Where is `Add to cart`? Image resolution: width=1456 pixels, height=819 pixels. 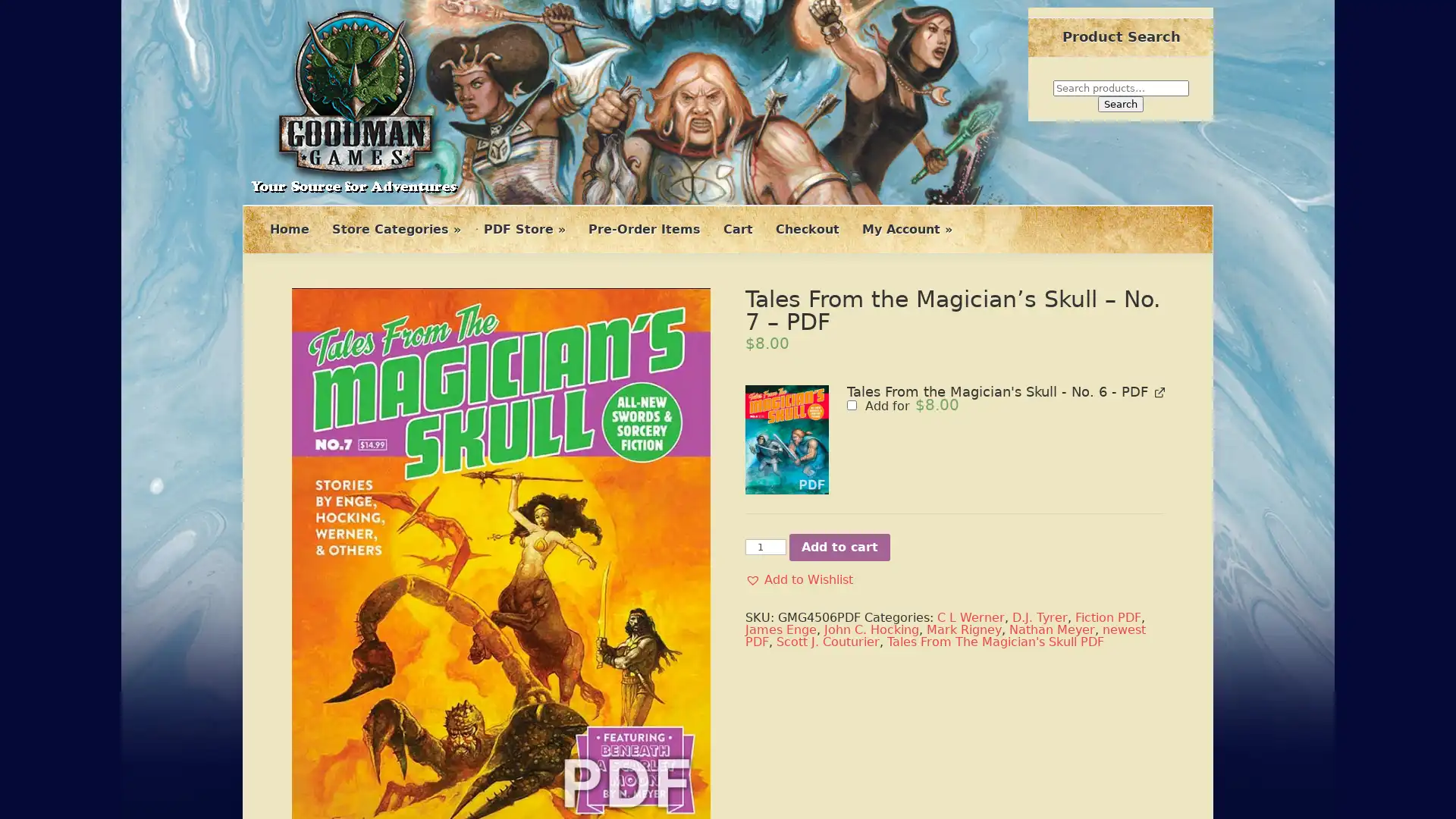 Add to cart is located at coordinates (839, 547).